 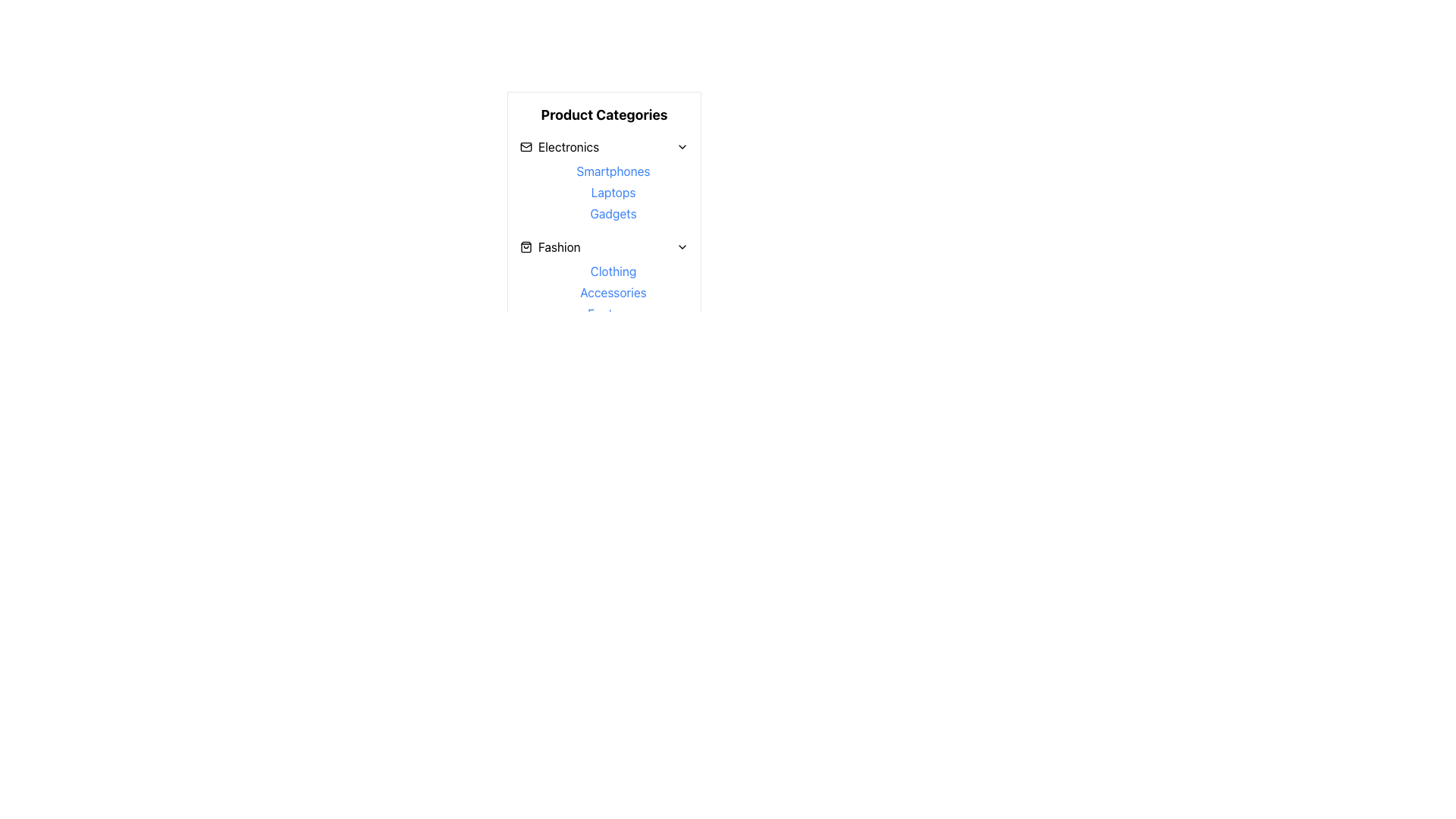 What do you see at coordinates (613, 271) in the screenshot?
I see `the hyperlink for 'Clothing' which is the first item under the 'Fashion' category` at bounding box center [613, 271].